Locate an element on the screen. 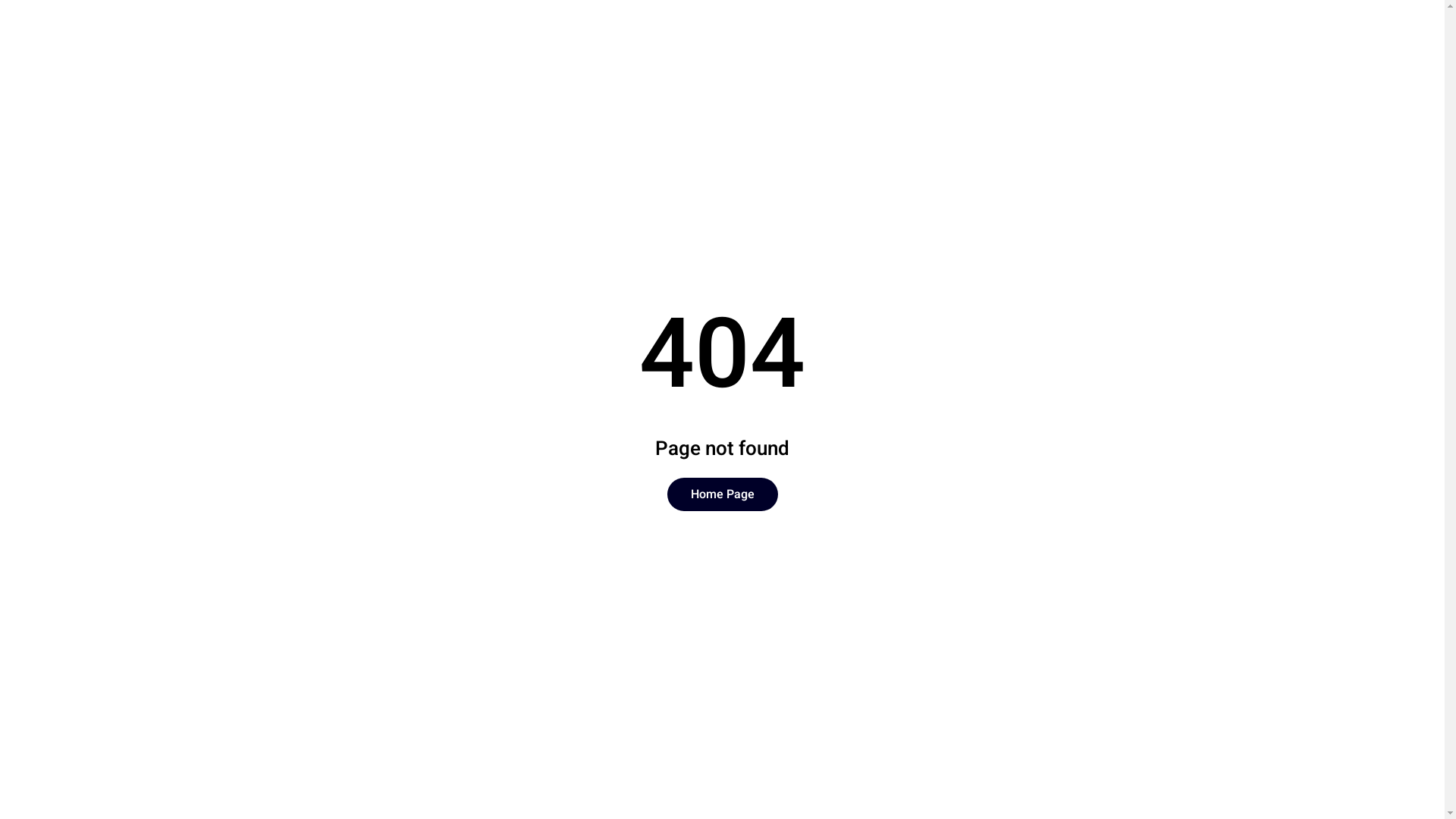  'Home Page' is located at coordinates (722, 494).